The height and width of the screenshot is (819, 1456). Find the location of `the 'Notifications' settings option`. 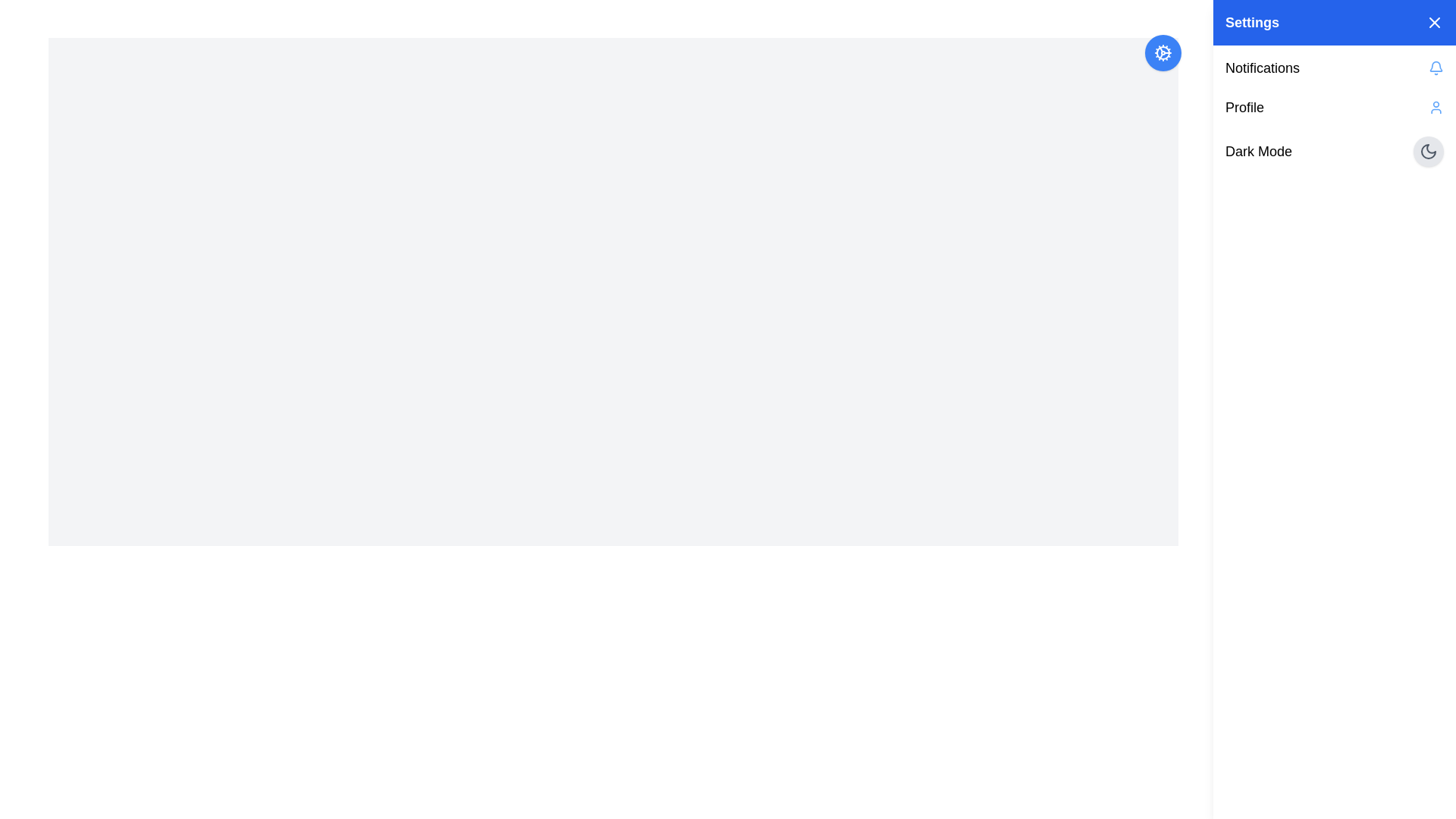

the 'Notifications' settings option is located at coordinates (1335, 67).